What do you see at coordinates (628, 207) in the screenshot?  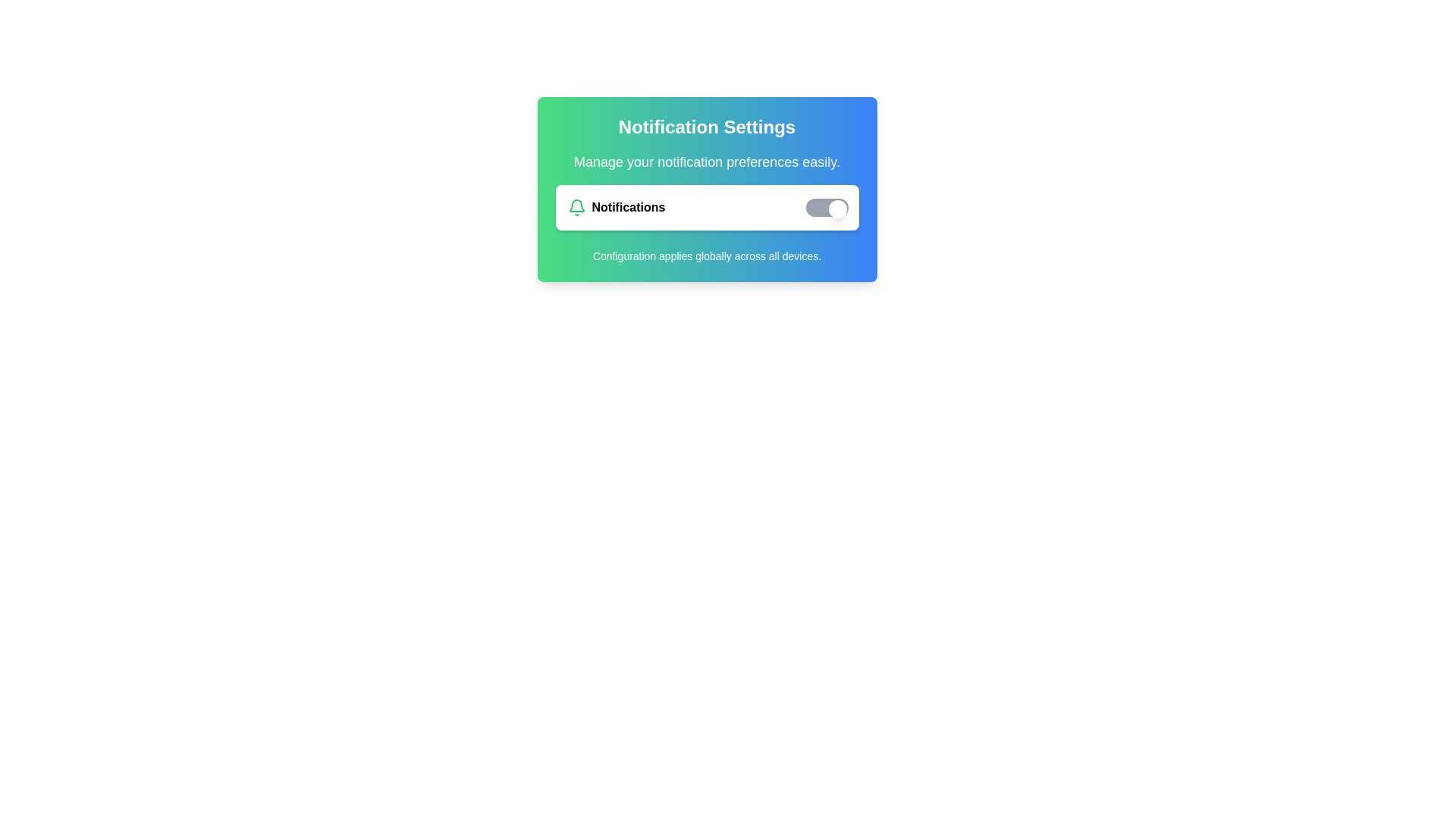 I see `the static text label indicating the purpose of the associated toggle switch and bell icon for managing notification preferences` at bounding box center [628, 207].